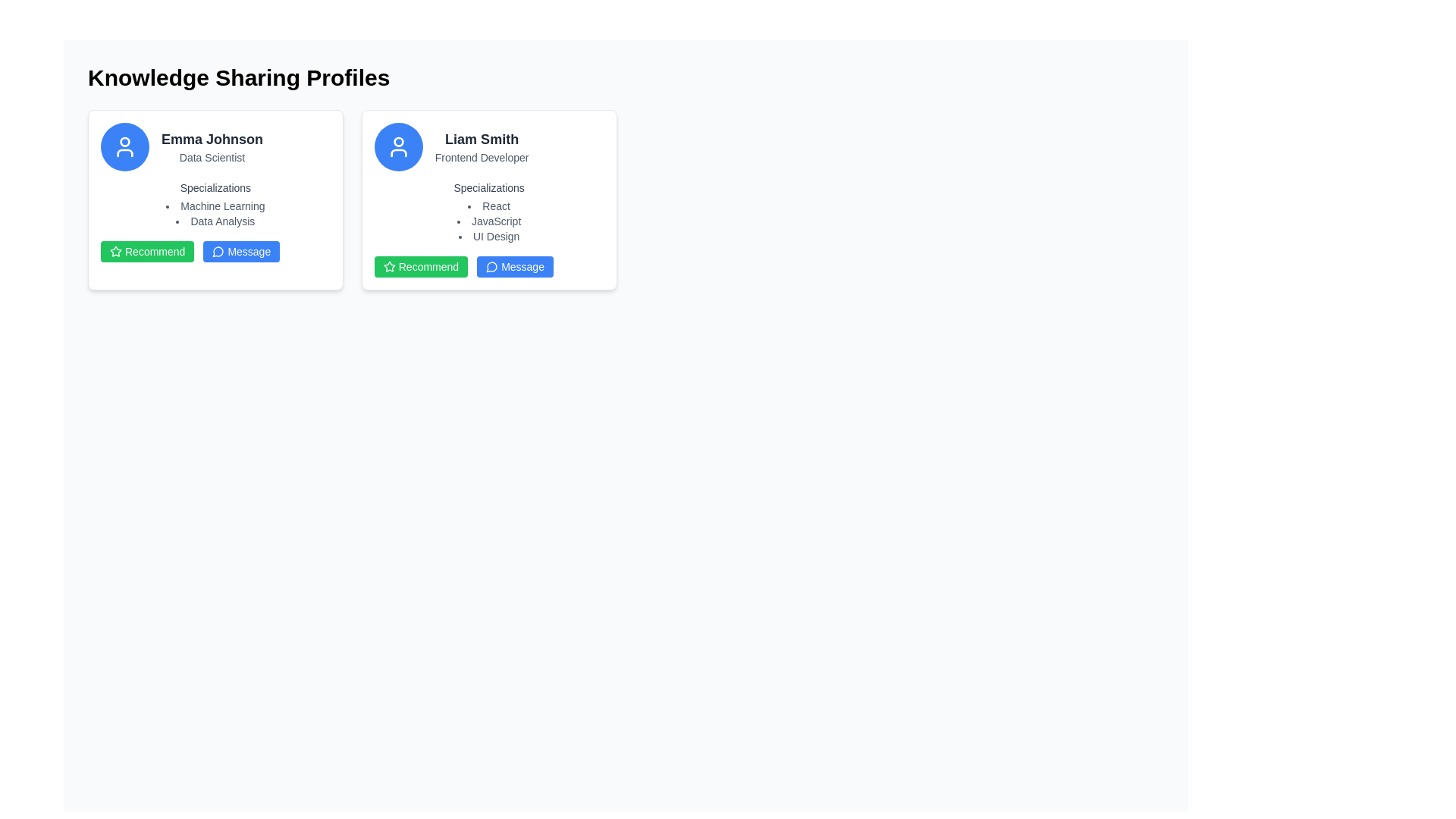 The width and height of the screenshot is (1456, 819). What do you see at coordinates (211, 146) in the screenshot?
I see `the text label component located in the first profile card on the left of the 'Knowledge Sharing Profiles' page, positioned below the circular avatar icon and above the list of specializations` at bounding box center [211, 146].